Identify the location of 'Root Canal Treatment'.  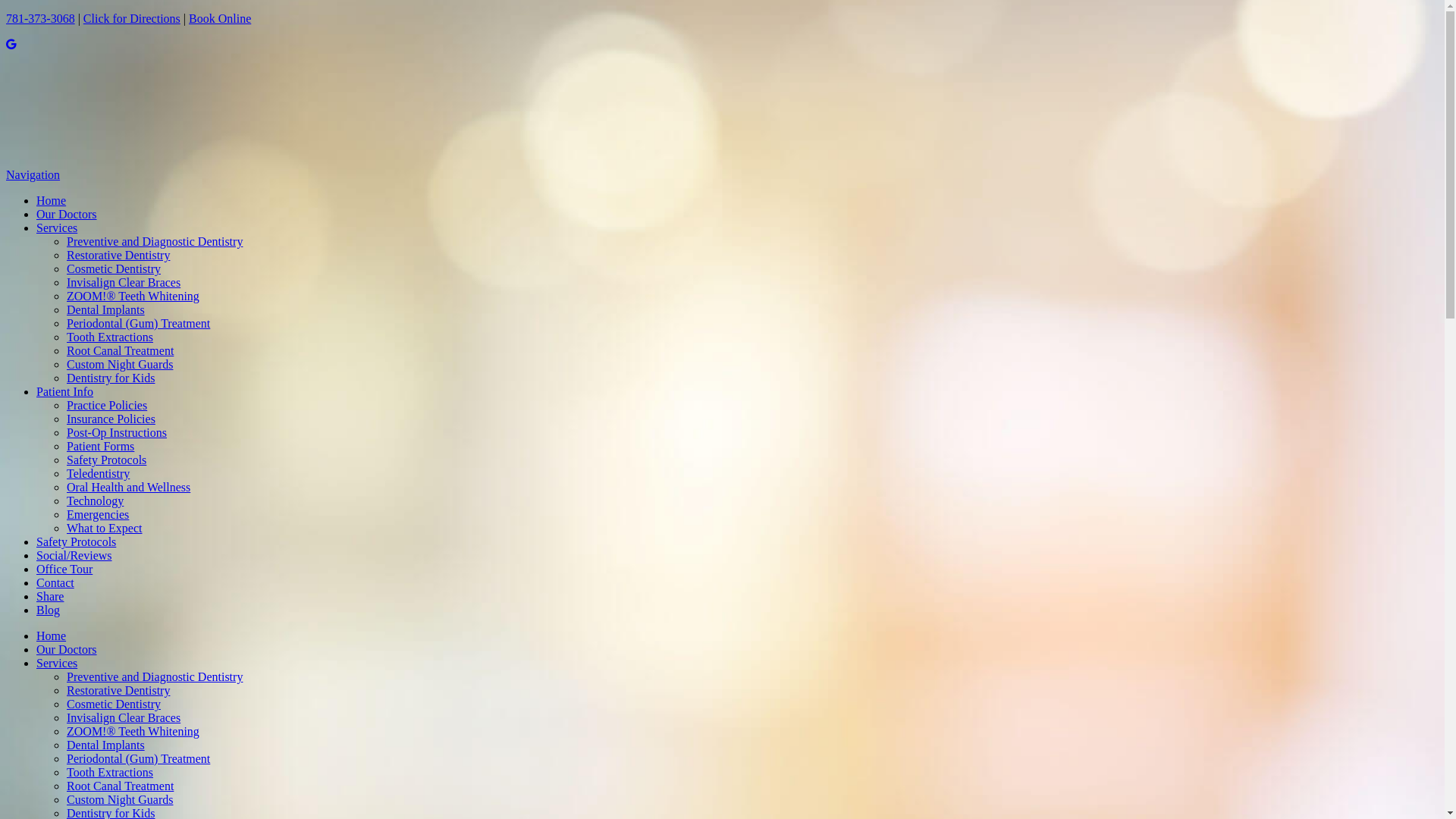
(119, 785).